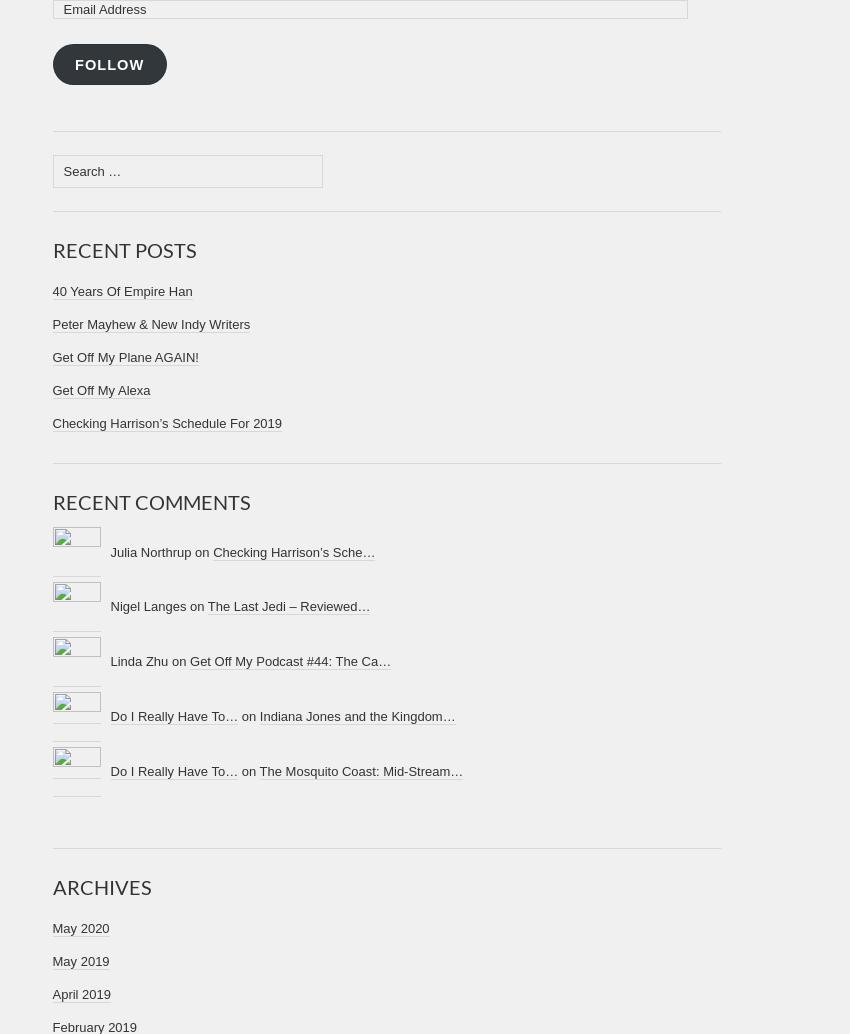  Describe the element at coordinates (108, 660) in the screenshot. I see `'Linda Zhu on'` at that location.